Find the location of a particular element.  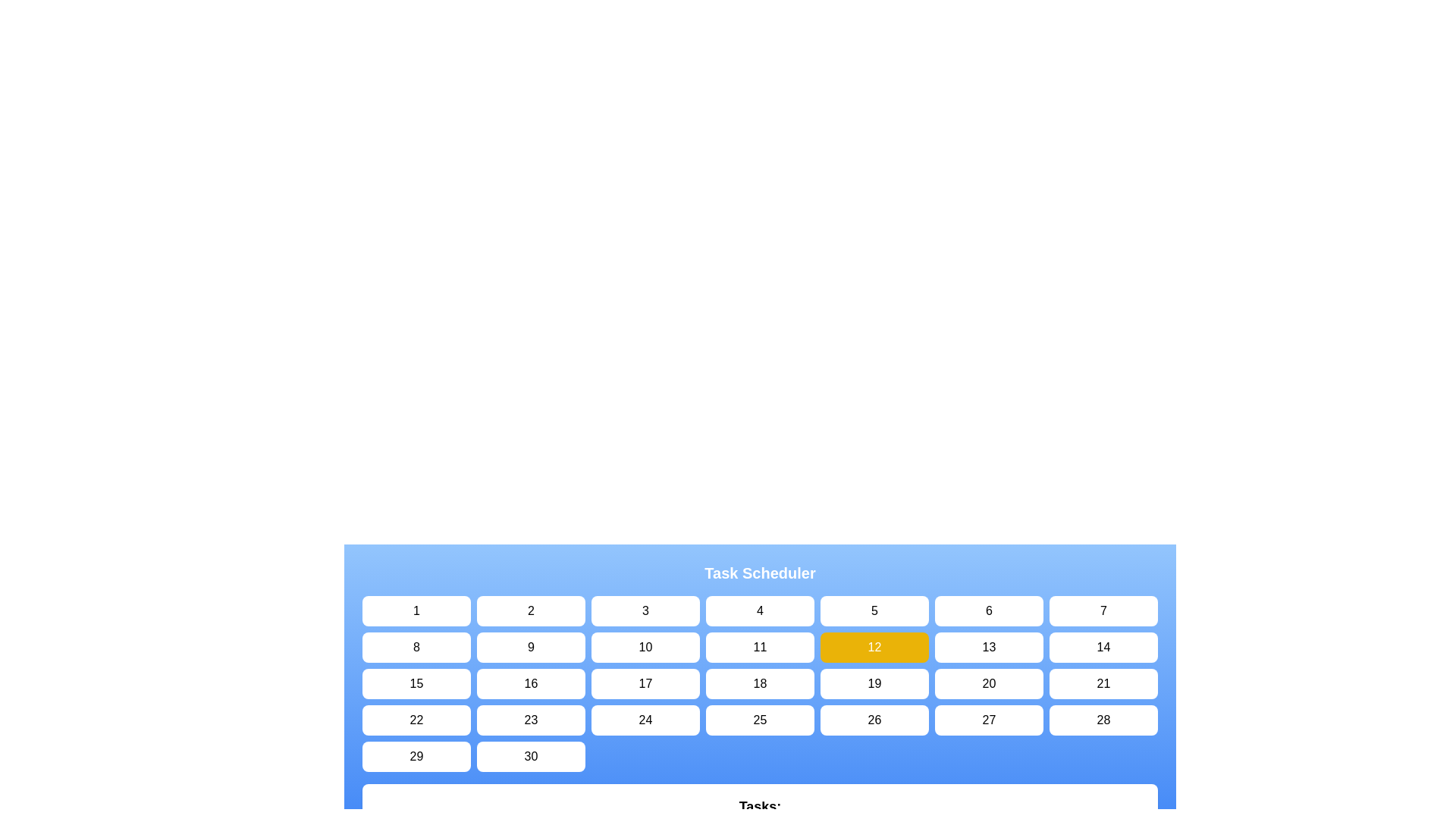

the rectangular button with a white background and black text showing the number '29' is located at coordinates (416, 757).